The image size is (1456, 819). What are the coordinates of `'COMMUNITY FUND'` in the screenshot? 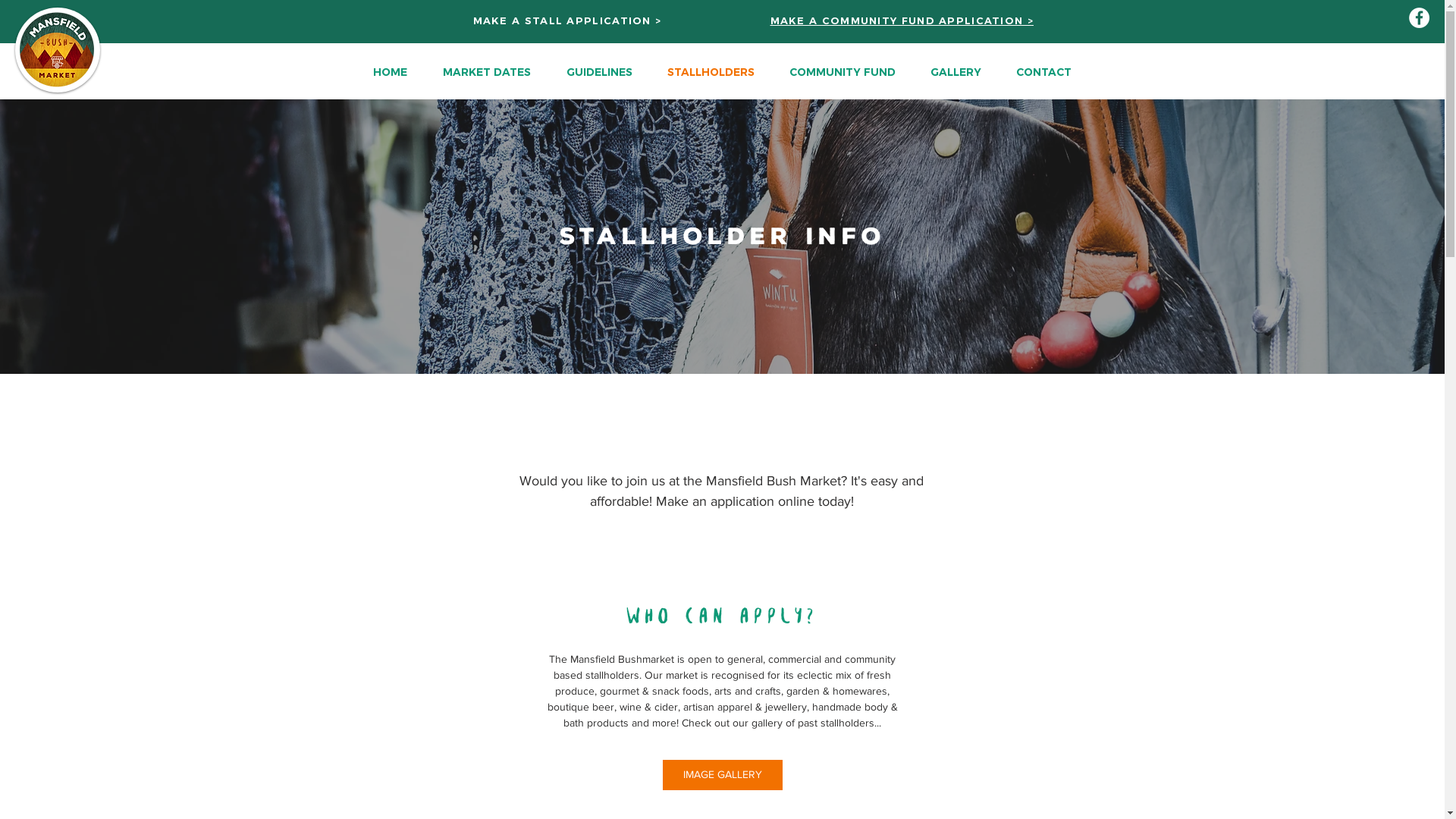 It's located at (771, 71).